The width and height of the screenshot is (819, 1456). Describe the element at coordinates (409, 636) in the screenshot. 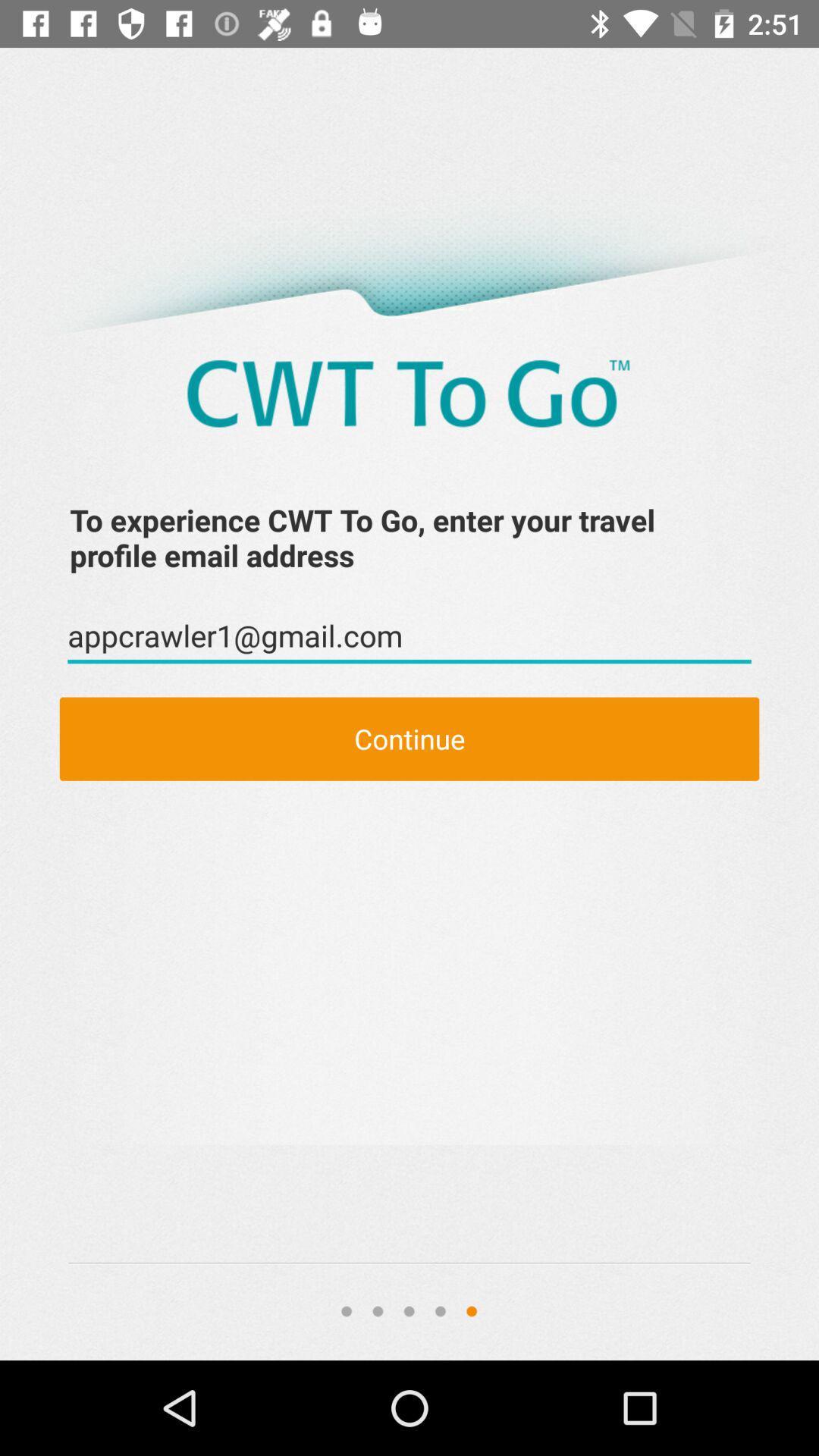

I see `the appcrawler1@gmail.com` at that location.